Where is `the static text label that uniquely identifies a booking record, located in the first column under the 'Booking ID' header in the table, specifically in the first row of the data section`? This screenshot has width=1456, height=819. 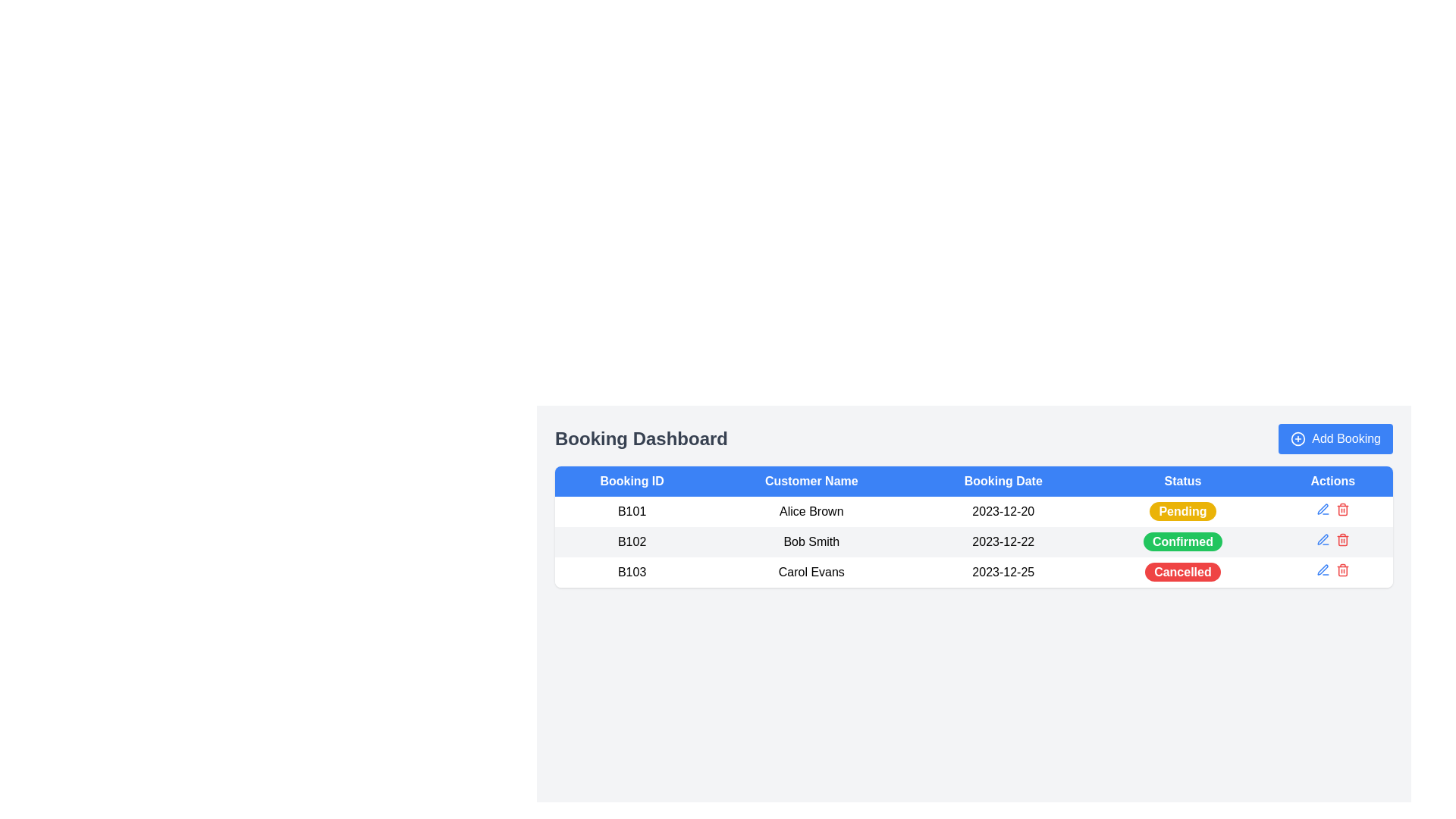
the static text label that uniquely identifies a booking record, located in the first column under the 'Booking ID' header in the table, specifically in the first row of the data section is located at coordinates (632, 512).